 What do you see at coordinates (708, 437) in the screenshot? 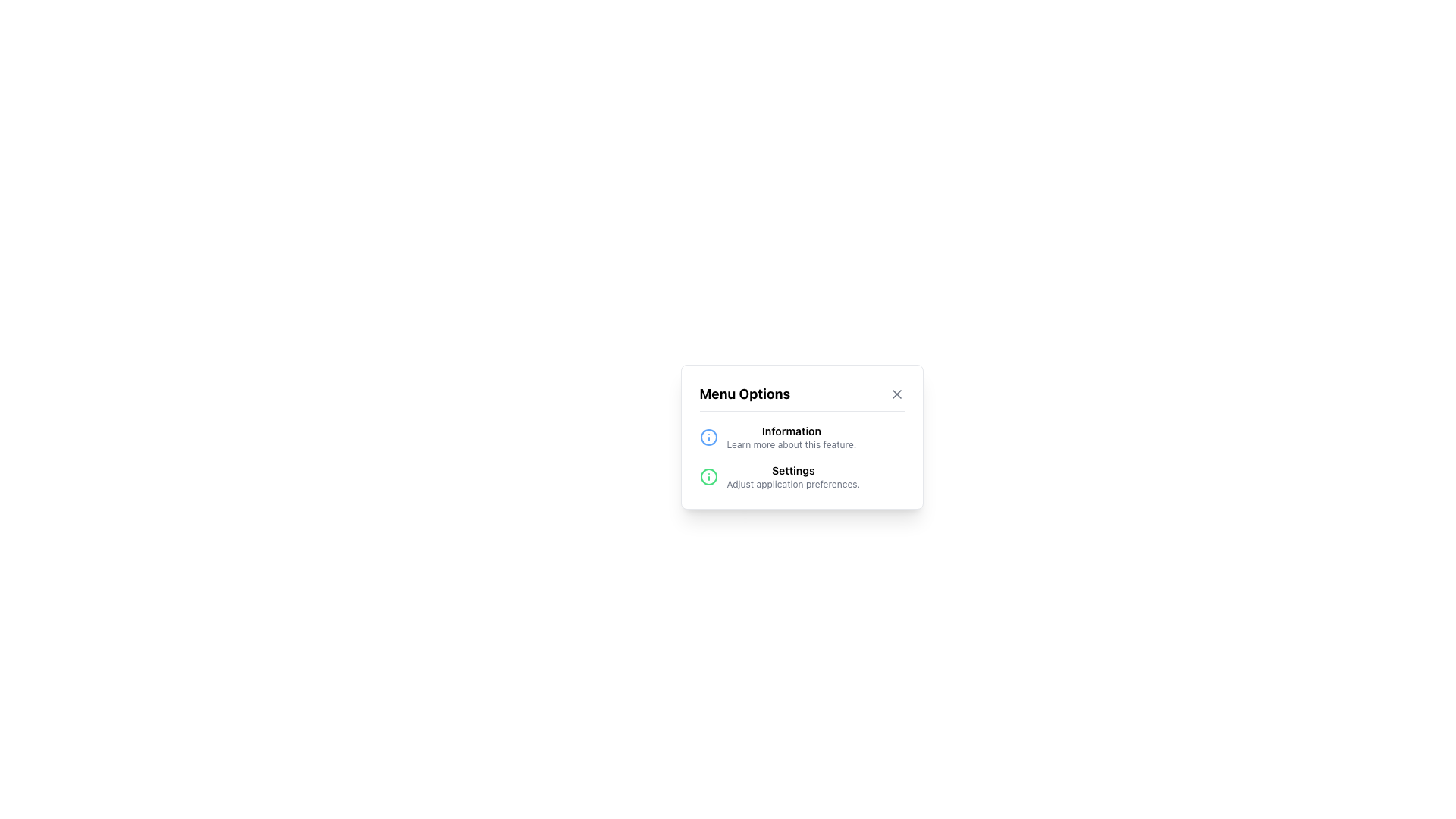
I see `the icon that visually indicates information or guidance, located to the left of the text 'Information' and 'Learn more about this feature.'` at bounding box center [708, 437].